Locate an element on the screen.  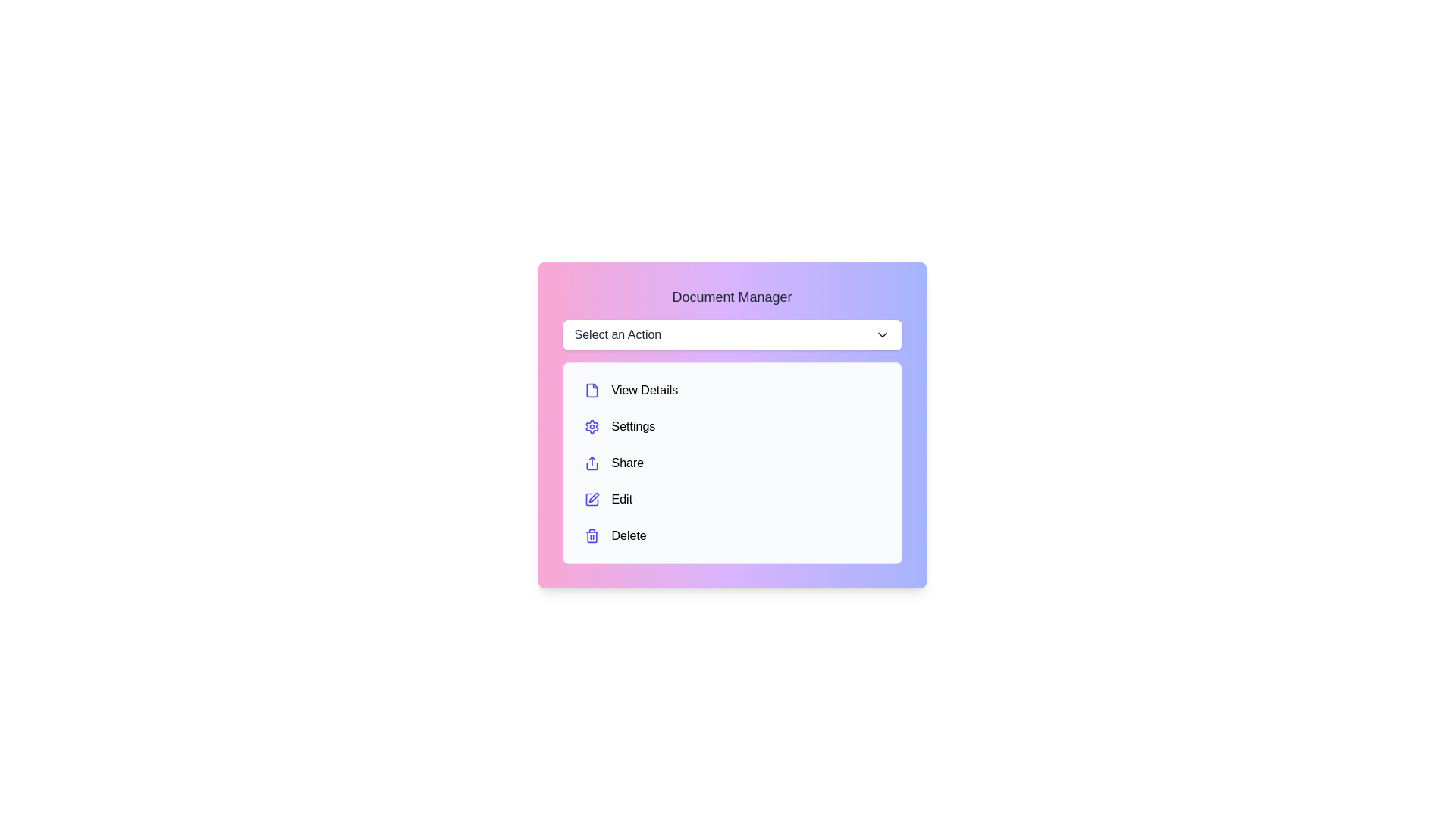
the indigo trash bin icon located at the leftmost side of the 'Delete' action item in the options menu is located at coordinates (591, 535).